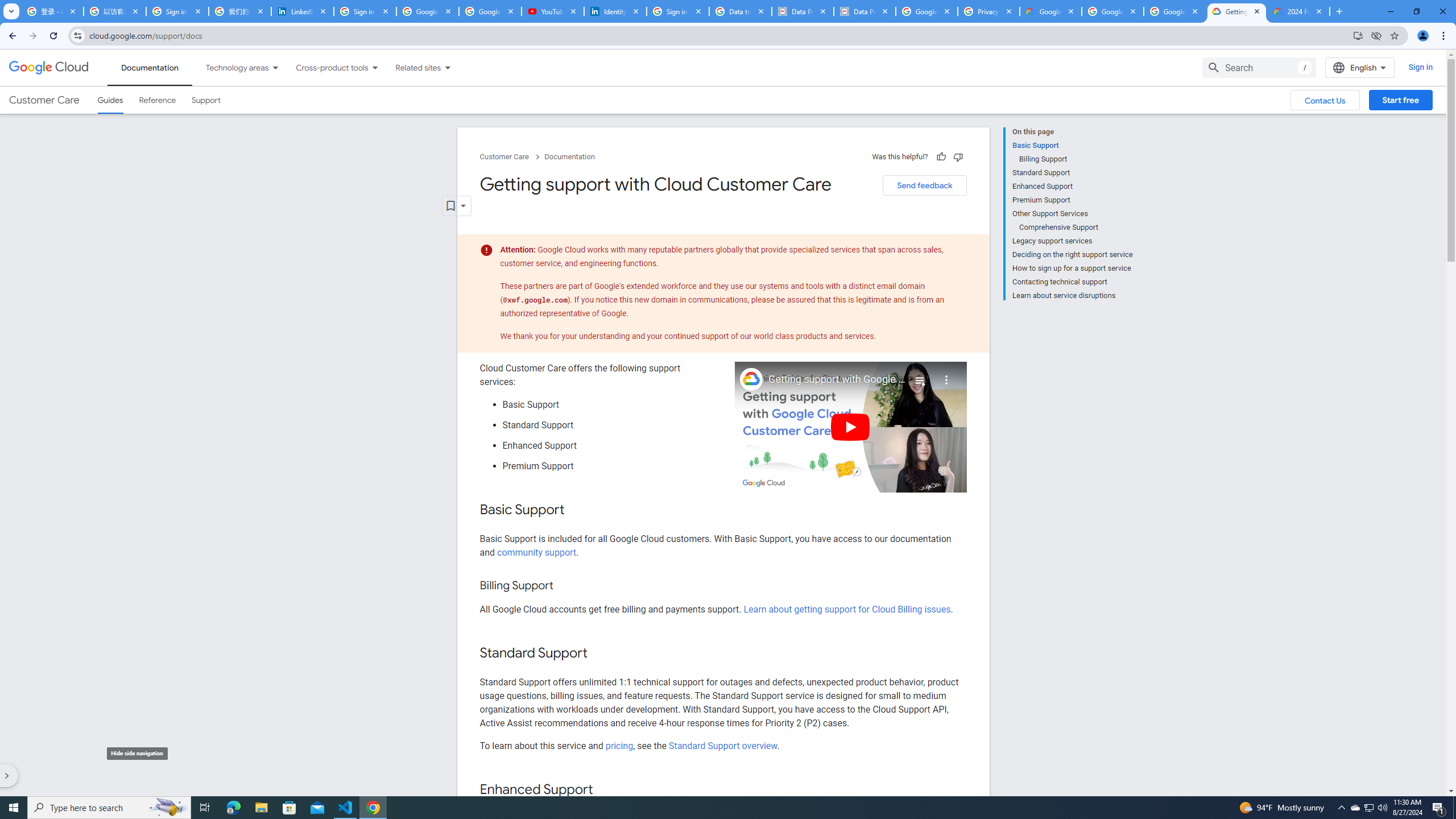  Describe the element at coordinates (1072, 254) in the screenshot. I see `'Deciding on the right support service'` at that location.